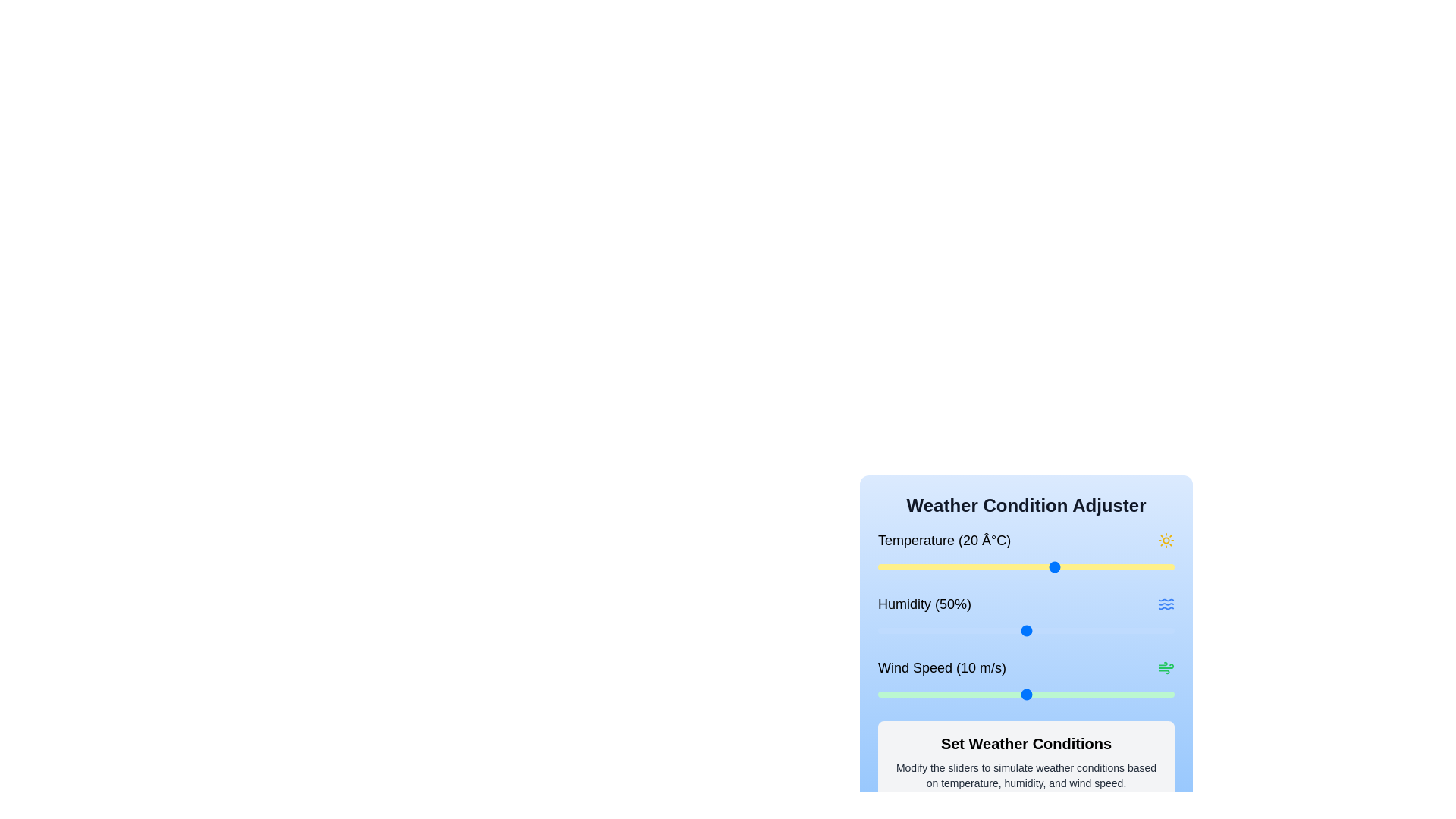 This screenshot has height=819, width=1456. Describe the element at coordinates (966, 694) in the screenshot. I see `the wind speed slider to set the wind speed to 6 m/s` at that location.